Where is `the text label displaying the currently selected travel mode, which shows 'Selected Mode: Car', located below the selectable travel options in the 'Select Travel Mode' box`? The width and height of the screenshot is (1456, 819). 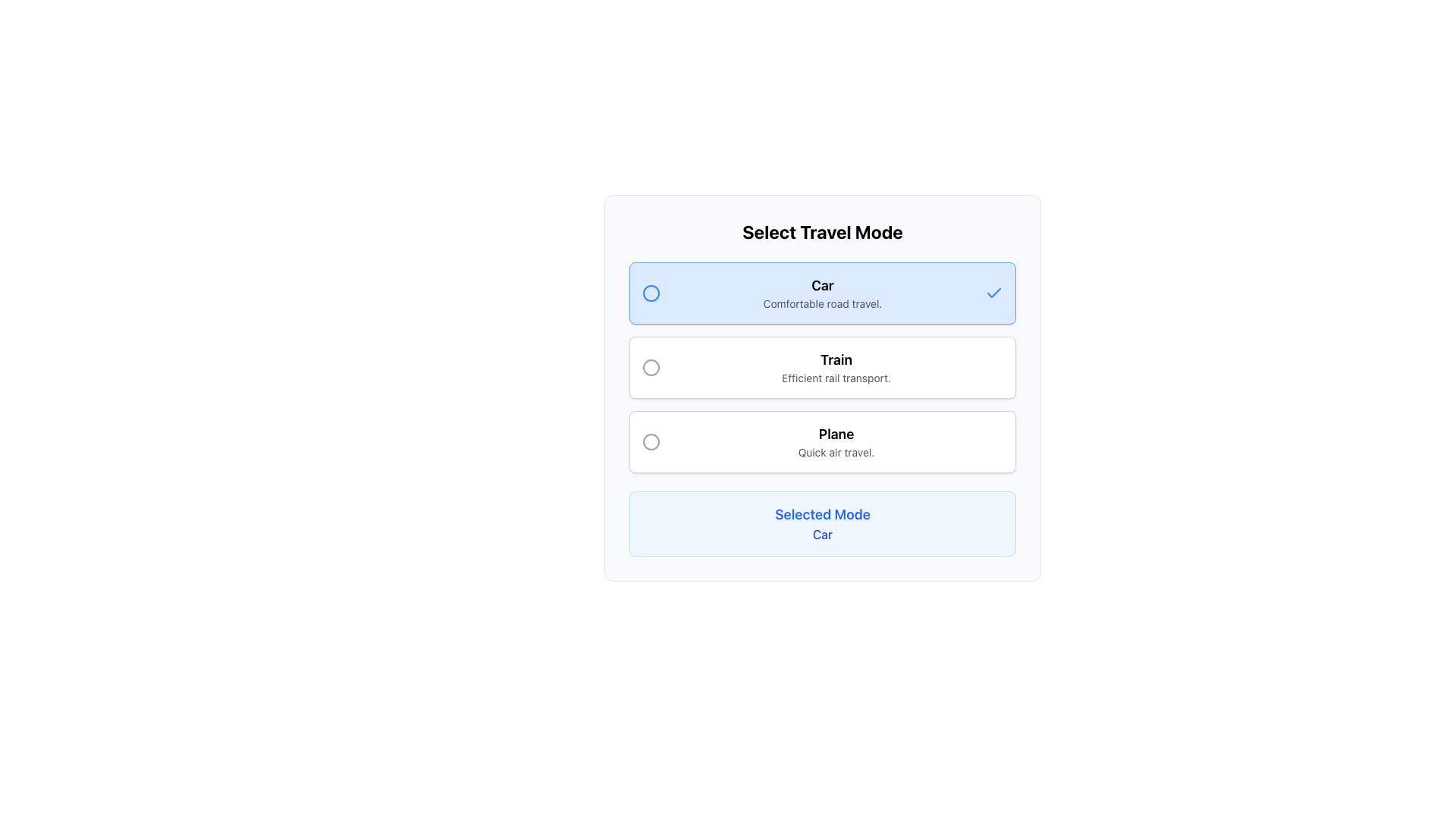 the text label displaying the currently selected travel mode, which shows 'Selected Mode: Car', located below the selectable travel options in the 'Select Travel Mode' box is located at coordinates (821, 522).